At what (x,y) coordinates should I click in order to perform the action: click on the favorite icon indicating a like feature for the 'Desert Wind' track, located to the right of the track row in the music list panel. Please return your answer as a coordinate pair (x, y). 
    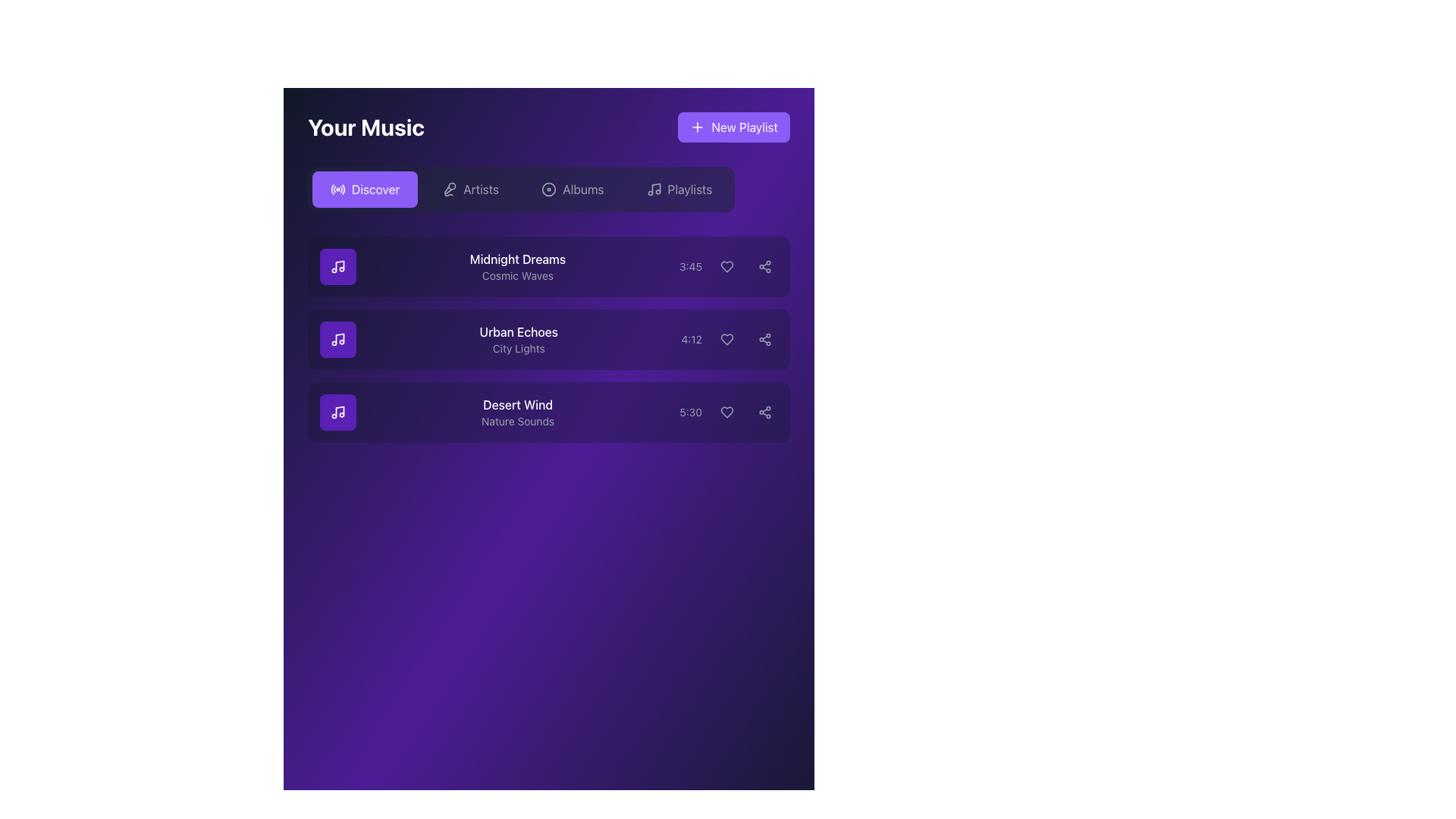
    Looking at the image, I should click on (726, 412).